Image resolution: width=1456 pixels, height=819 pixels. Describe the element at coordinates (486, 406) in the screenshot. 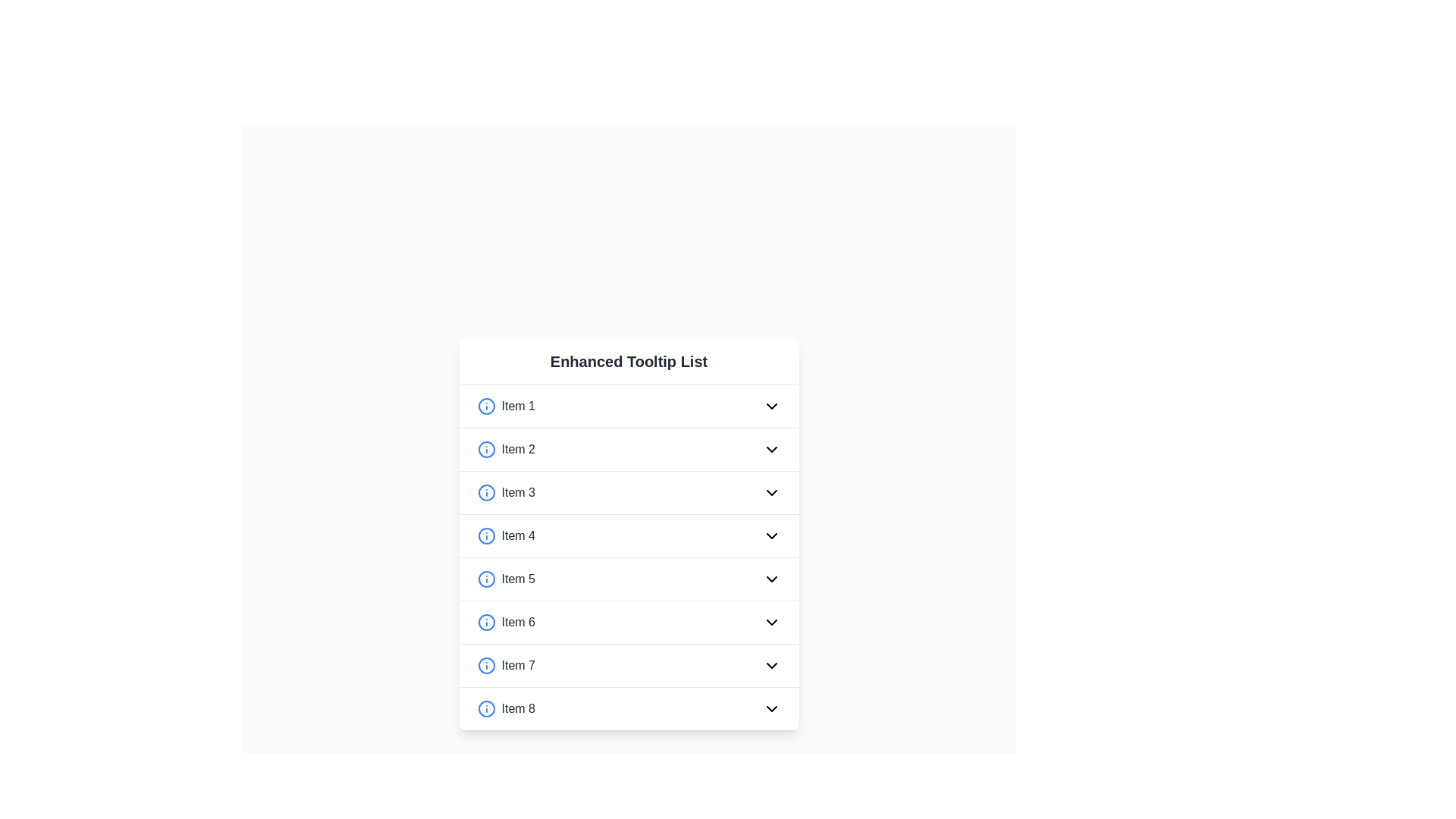

I see `the informational icon located to the left of the text label 'Item 1' in the first row of a vertical list` at that location.